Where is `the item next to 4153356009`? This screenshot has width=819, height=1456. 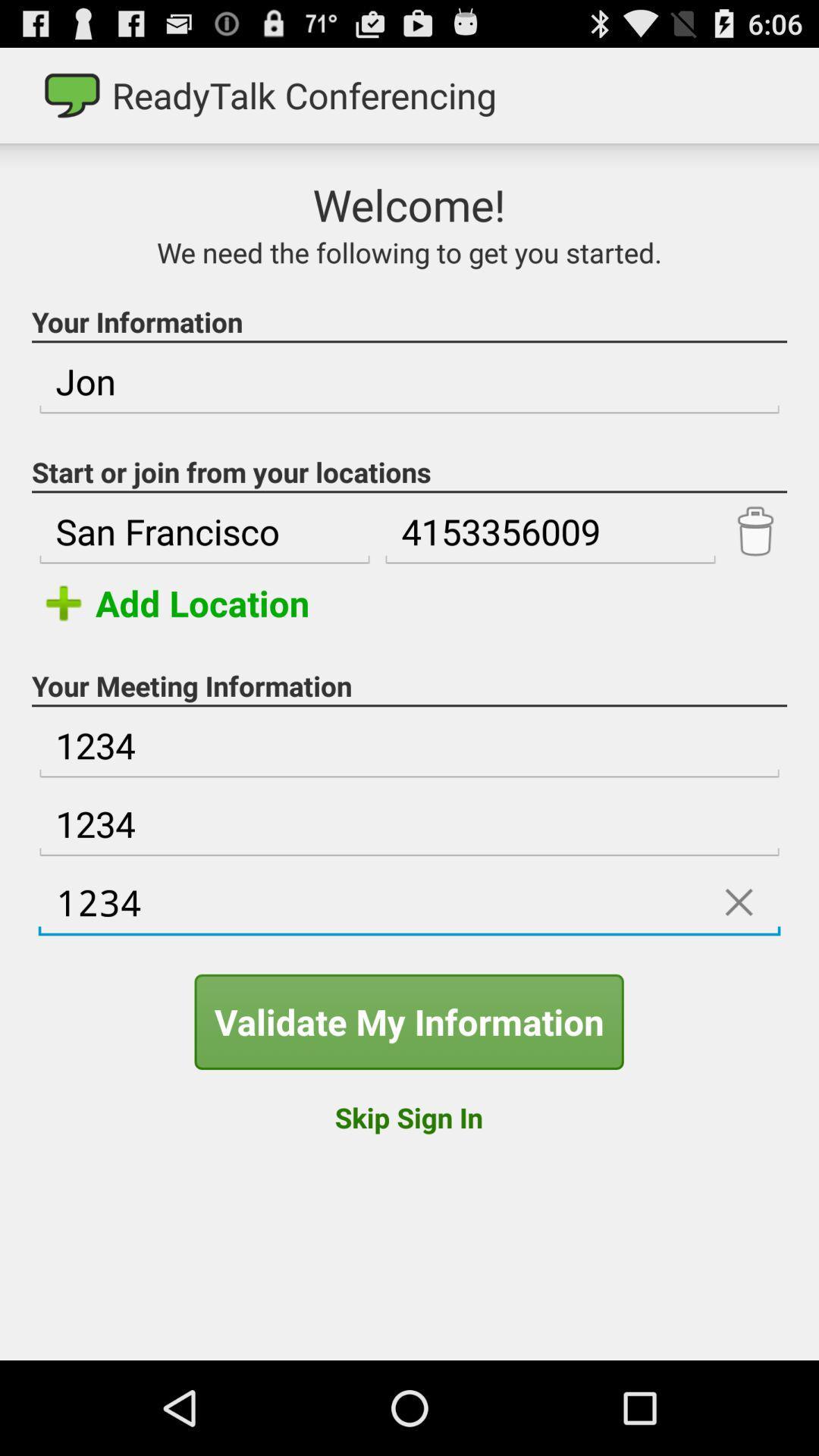
the item next to 4153356009 is located at coordinates (205, 532).